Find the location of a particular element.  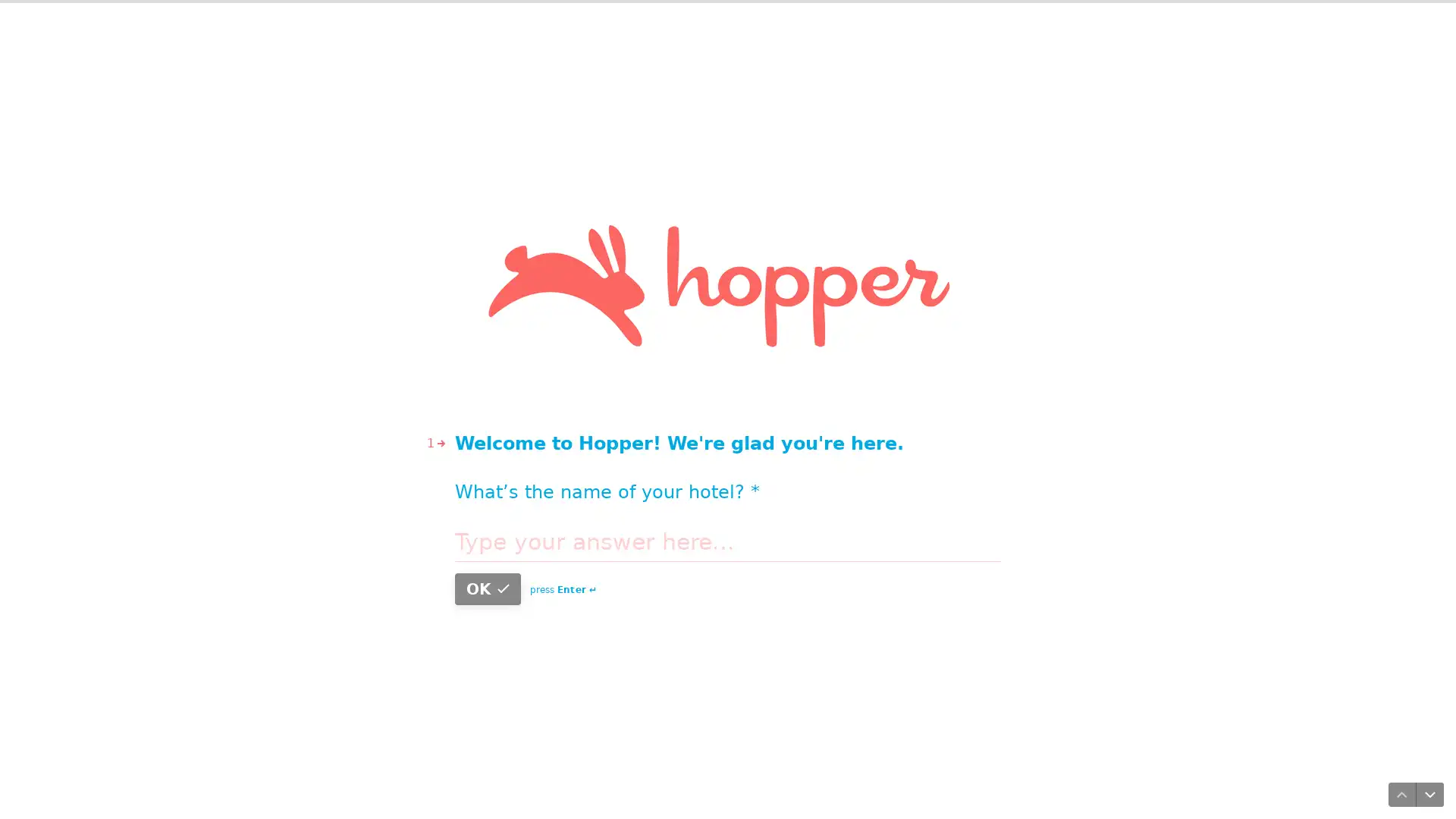

Navigate to next question is located at coordinates (1423, 788).